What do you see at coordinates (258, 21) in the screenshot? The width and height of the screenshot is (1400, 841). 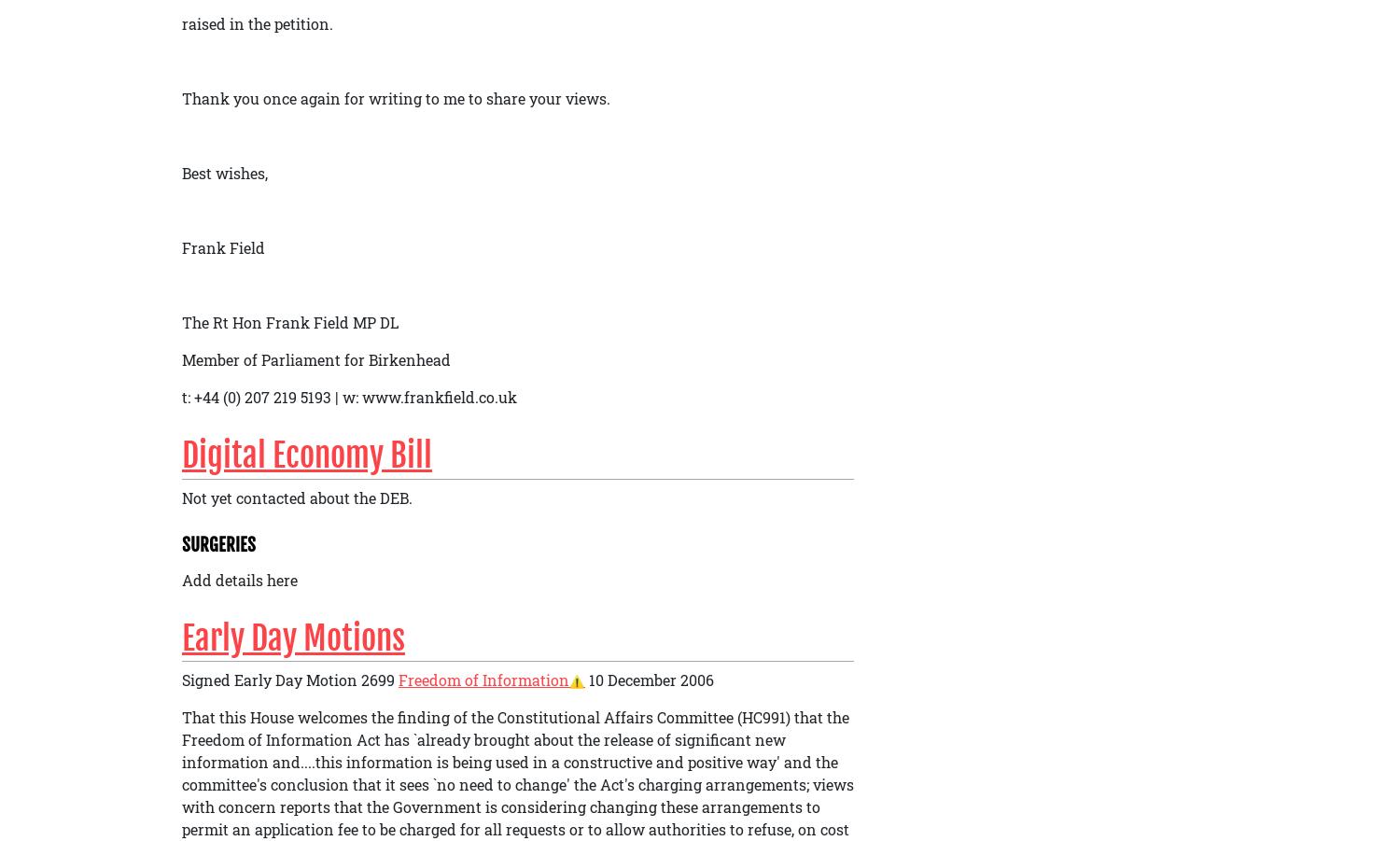 I see `'raised in the petition.'` at bounding box center [258, 21].